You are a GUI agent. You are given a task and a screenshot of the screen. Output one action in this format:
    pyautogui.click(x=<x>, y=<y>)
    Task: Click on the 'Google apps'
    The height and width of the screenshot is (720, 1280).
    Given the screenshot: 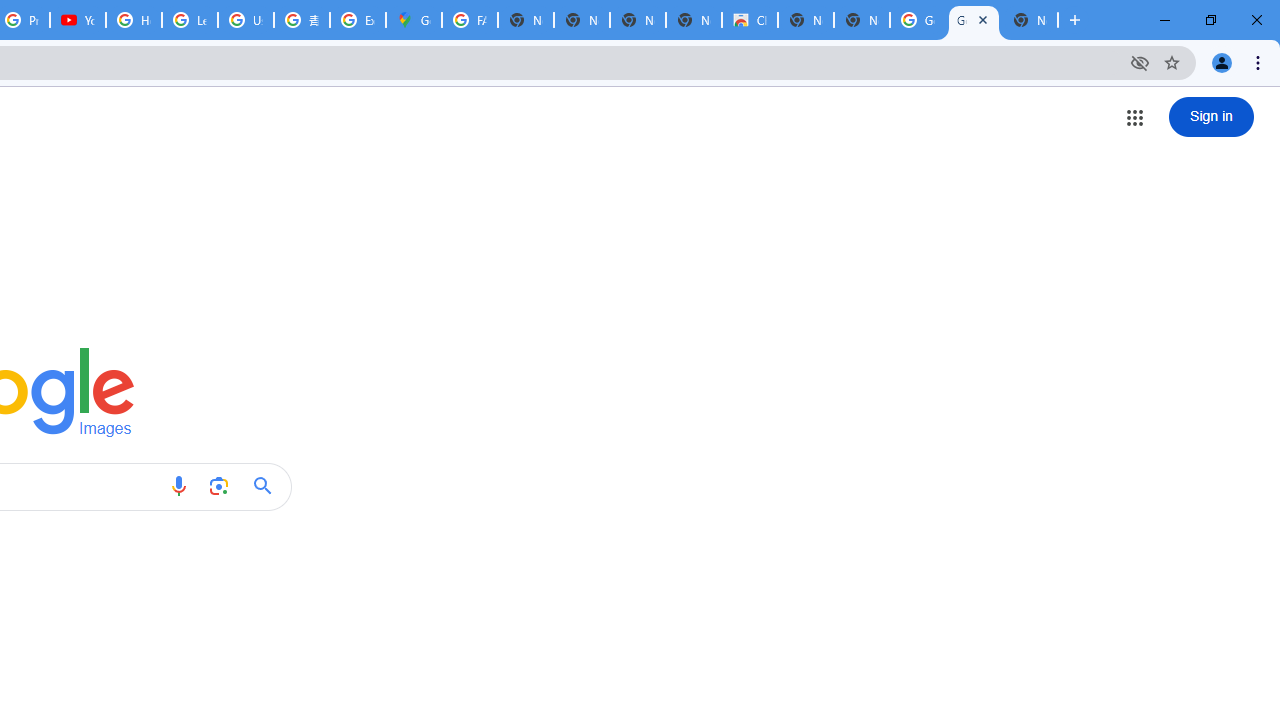 What is the action you would take?
    pyautogui.click(x=1134, y=117)
    